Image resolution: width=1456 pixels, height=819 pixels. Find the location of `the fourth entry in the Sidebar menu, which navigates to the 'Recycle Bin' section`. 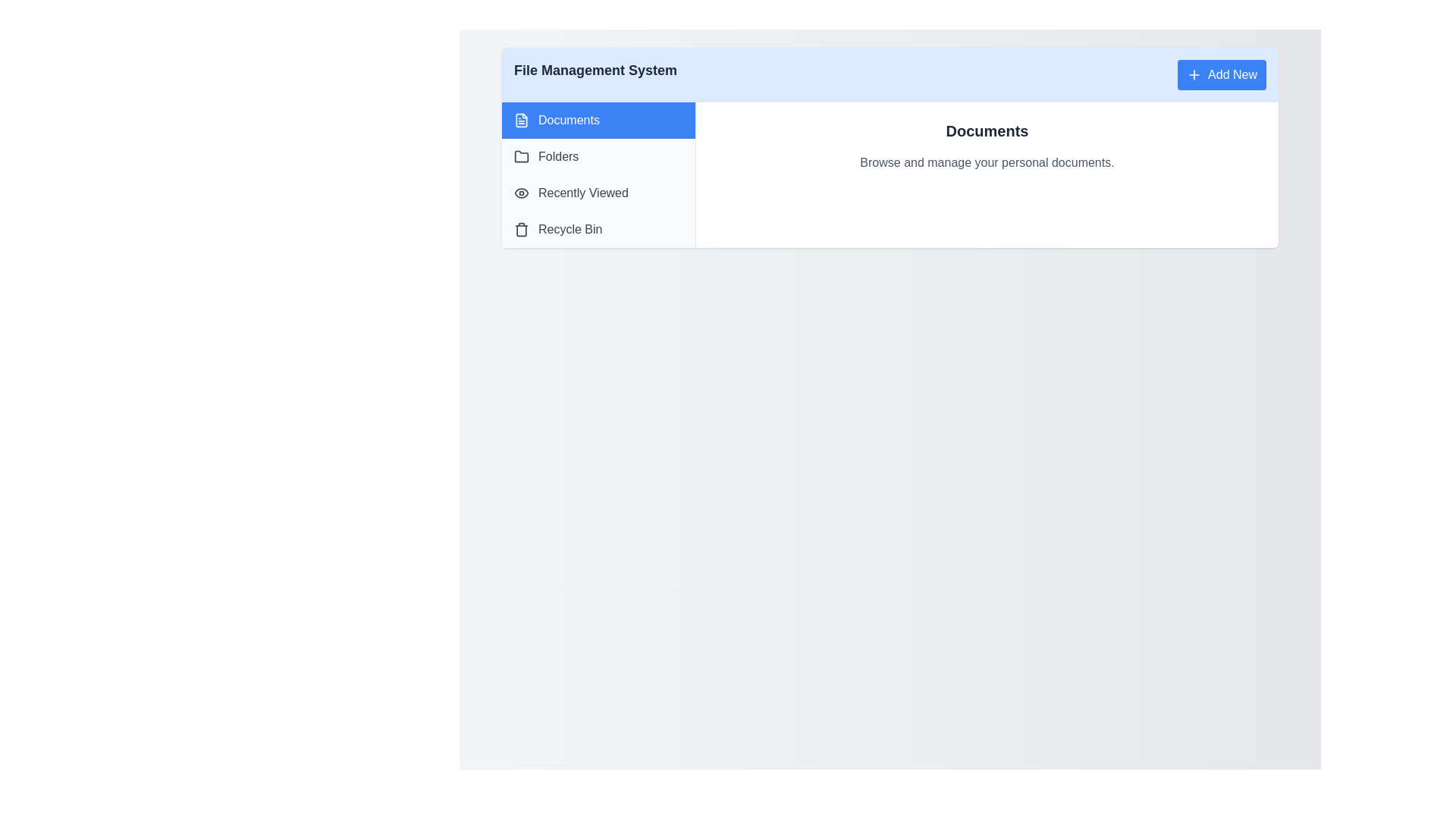

the fourth entry in the Sidebar menu, which navigates to the 'Recycle Bin' section is located at coordinates (598, 230).